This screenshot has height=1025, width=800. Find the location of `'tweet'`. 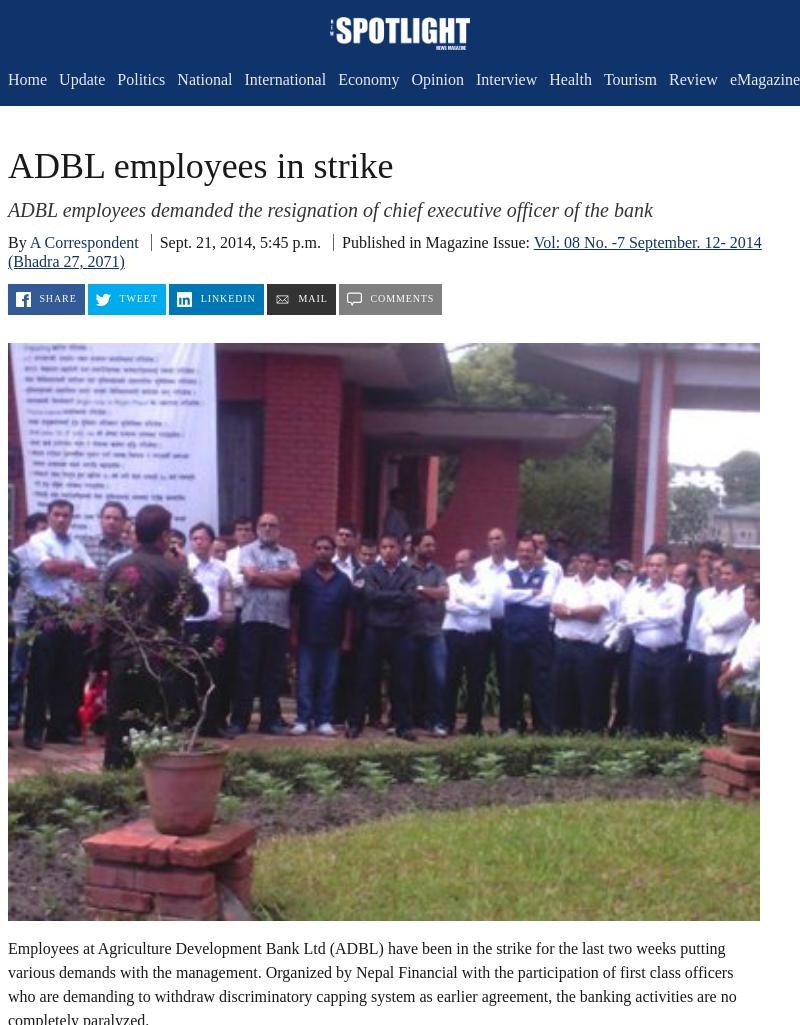

'tweet' is located at coordinates (138, 298).